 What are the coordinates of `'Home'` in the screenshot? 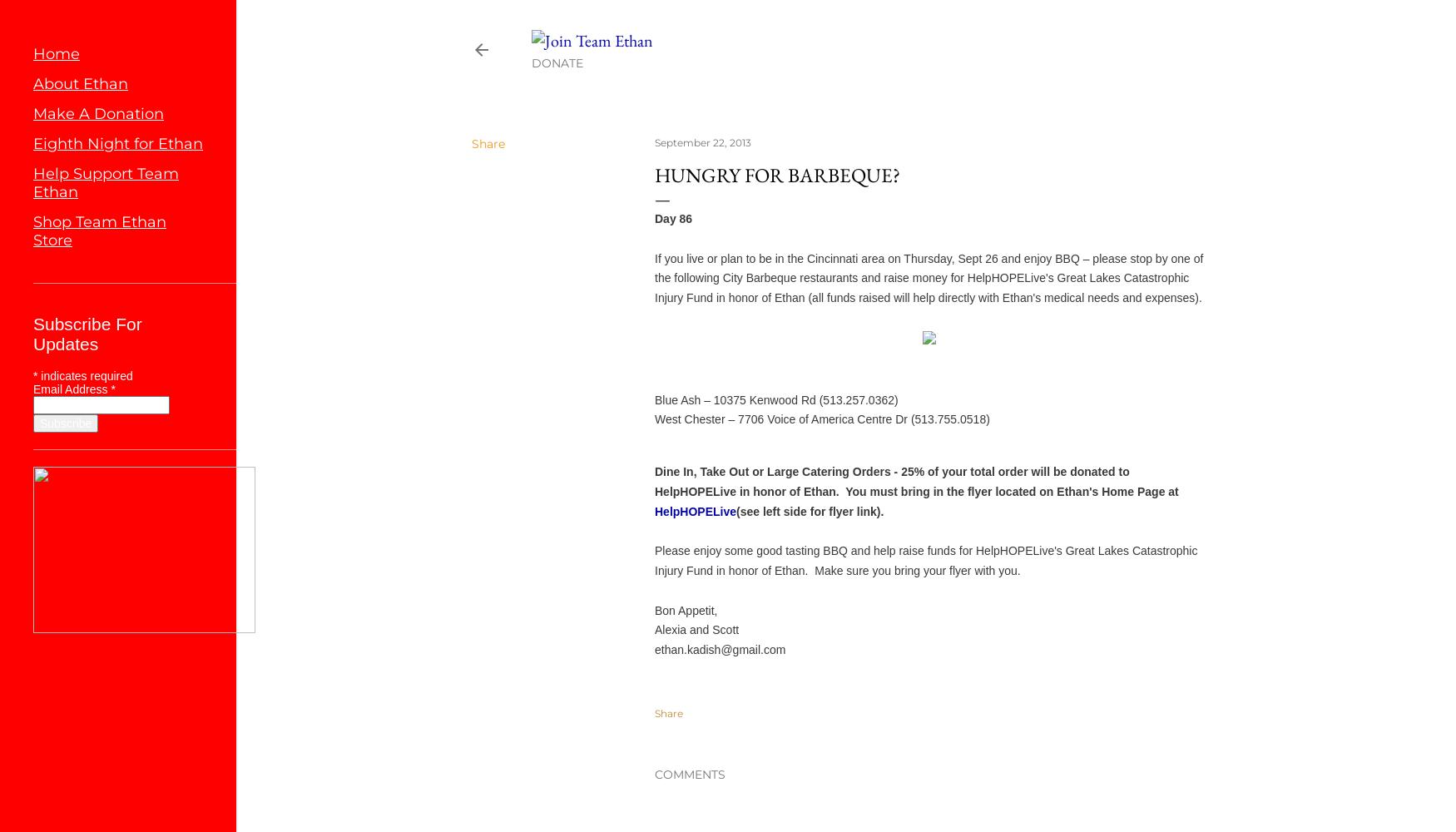 It's located at (57, 53).